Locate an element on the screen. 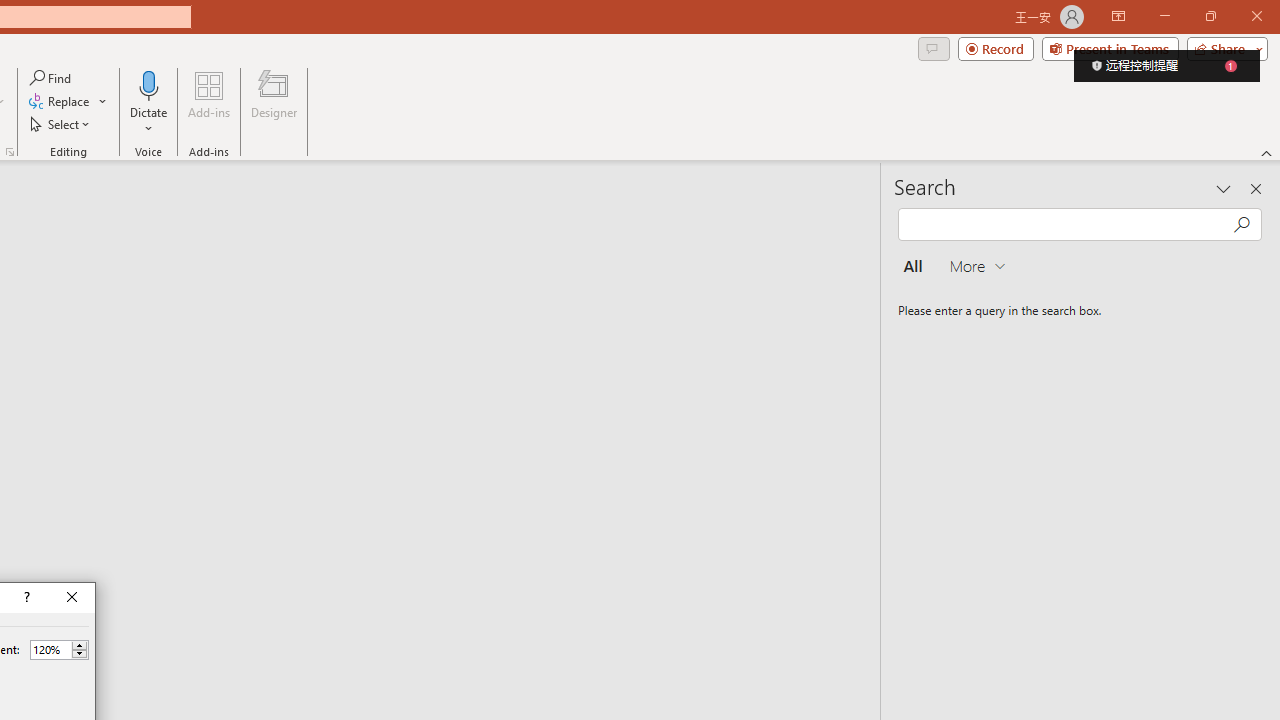 The height and width of the screenshot is (720, 1280). 'Designer' is located at coordinates (273, 103).